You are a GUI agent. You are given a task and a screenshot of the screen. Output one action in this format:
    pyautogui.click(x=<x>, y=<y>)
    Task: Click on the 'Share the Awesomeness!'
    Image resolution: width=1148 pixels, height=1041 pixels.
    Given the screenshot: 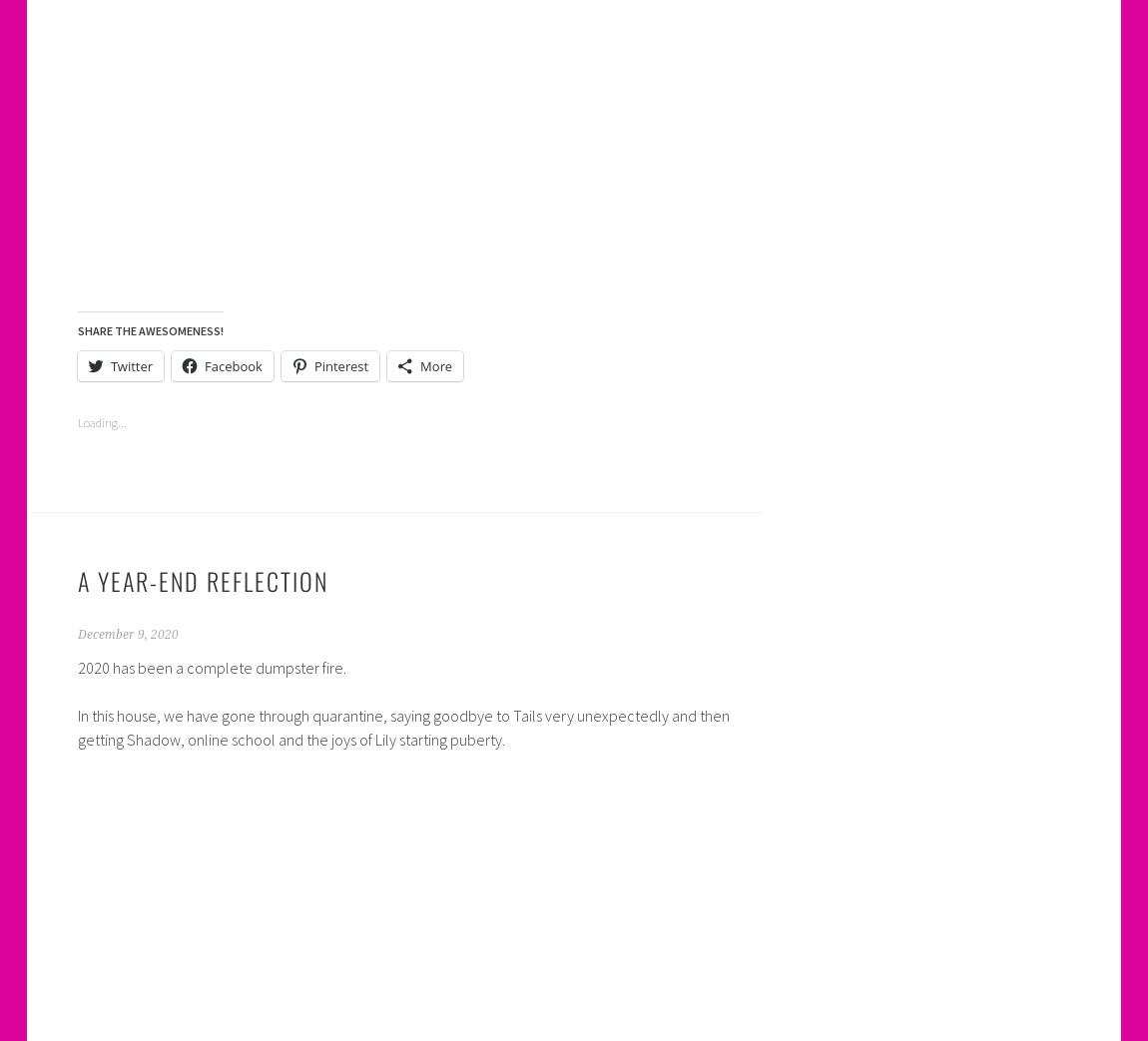 What is the action you would take?
    pyautogui.click(x=148, y=329)
    